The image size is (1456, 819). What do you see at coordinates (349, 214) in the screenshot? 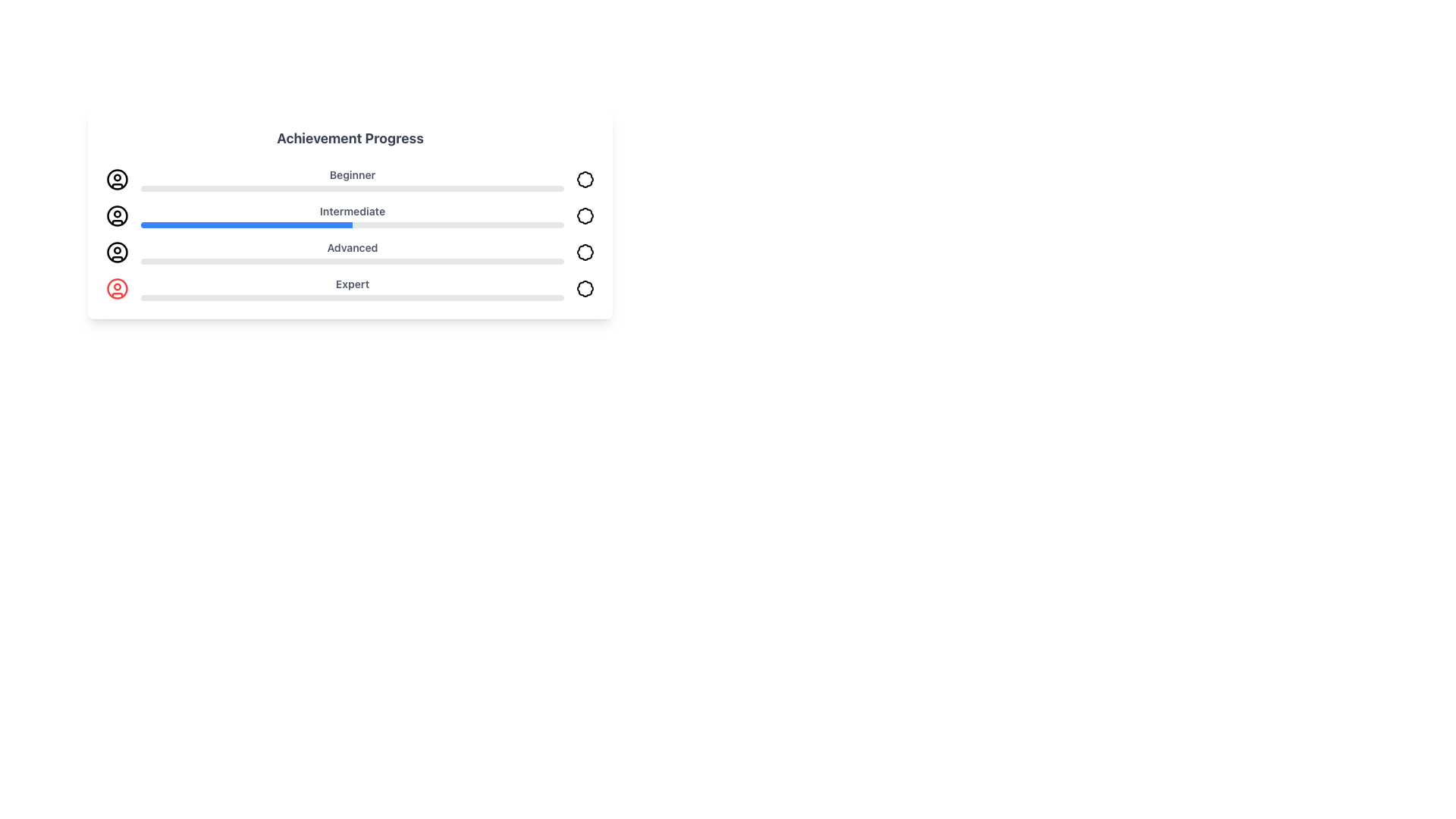
I see `the 'Intermediate' Progress Indicator, which is the second progress bar in the list, indicating 50% achievement level` at bounding box center [349, 214].